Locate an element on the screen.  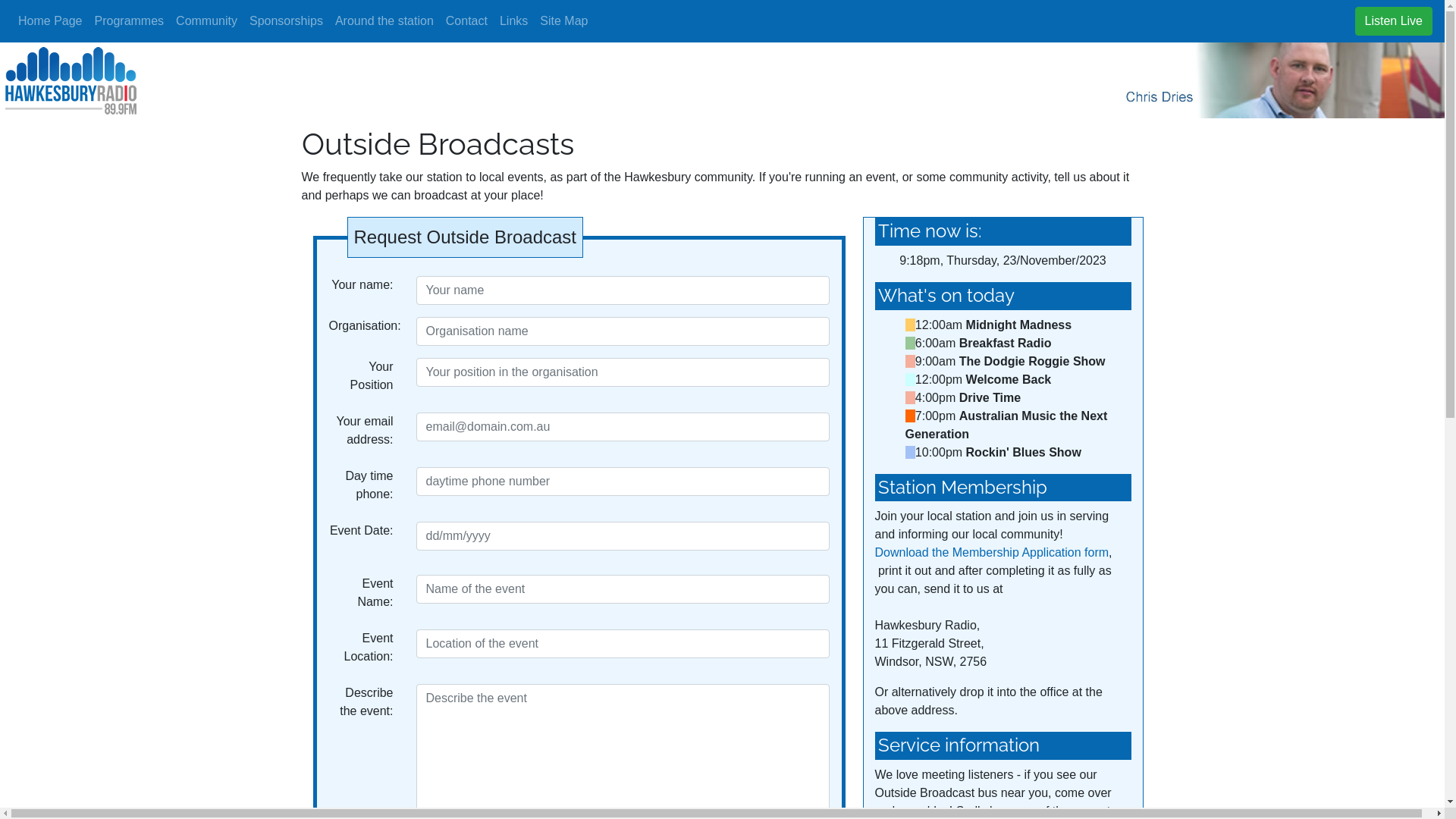
'Programmes' is located at coordinates (86, 20).